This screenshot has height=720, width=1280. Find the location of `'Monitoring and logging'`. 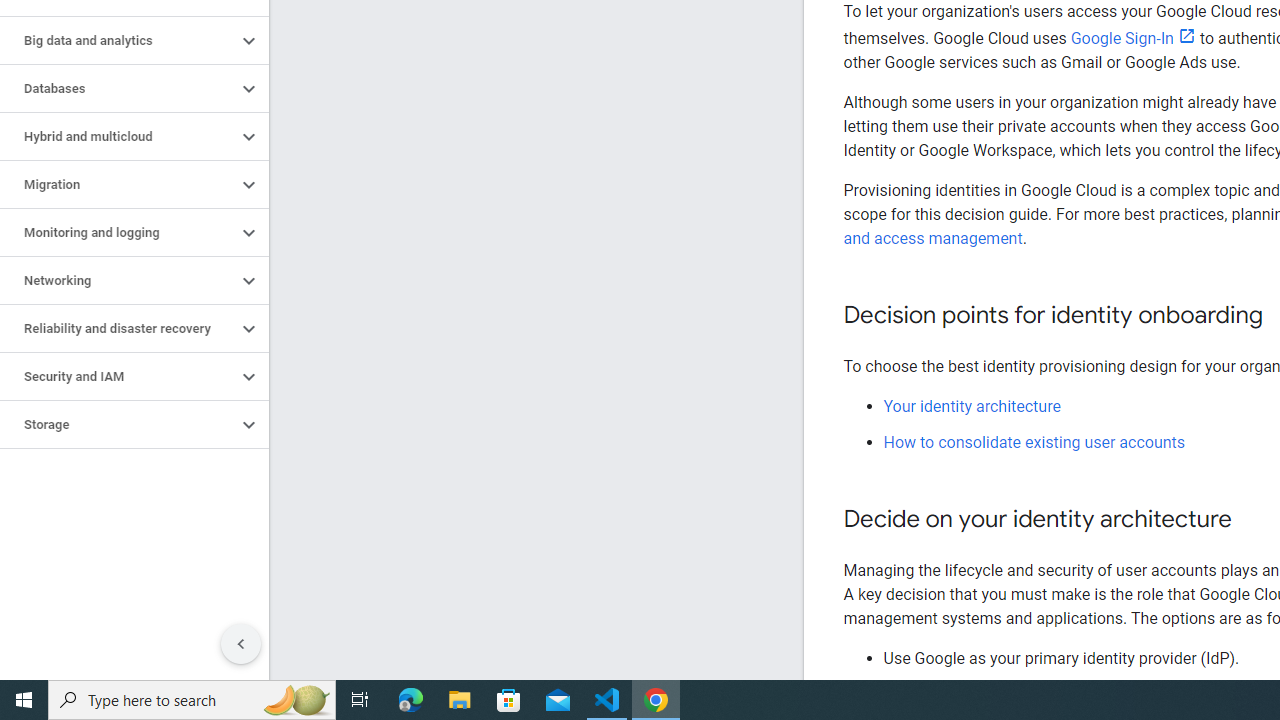

'Monitoring and logging' is located at coordinates (117, 231).